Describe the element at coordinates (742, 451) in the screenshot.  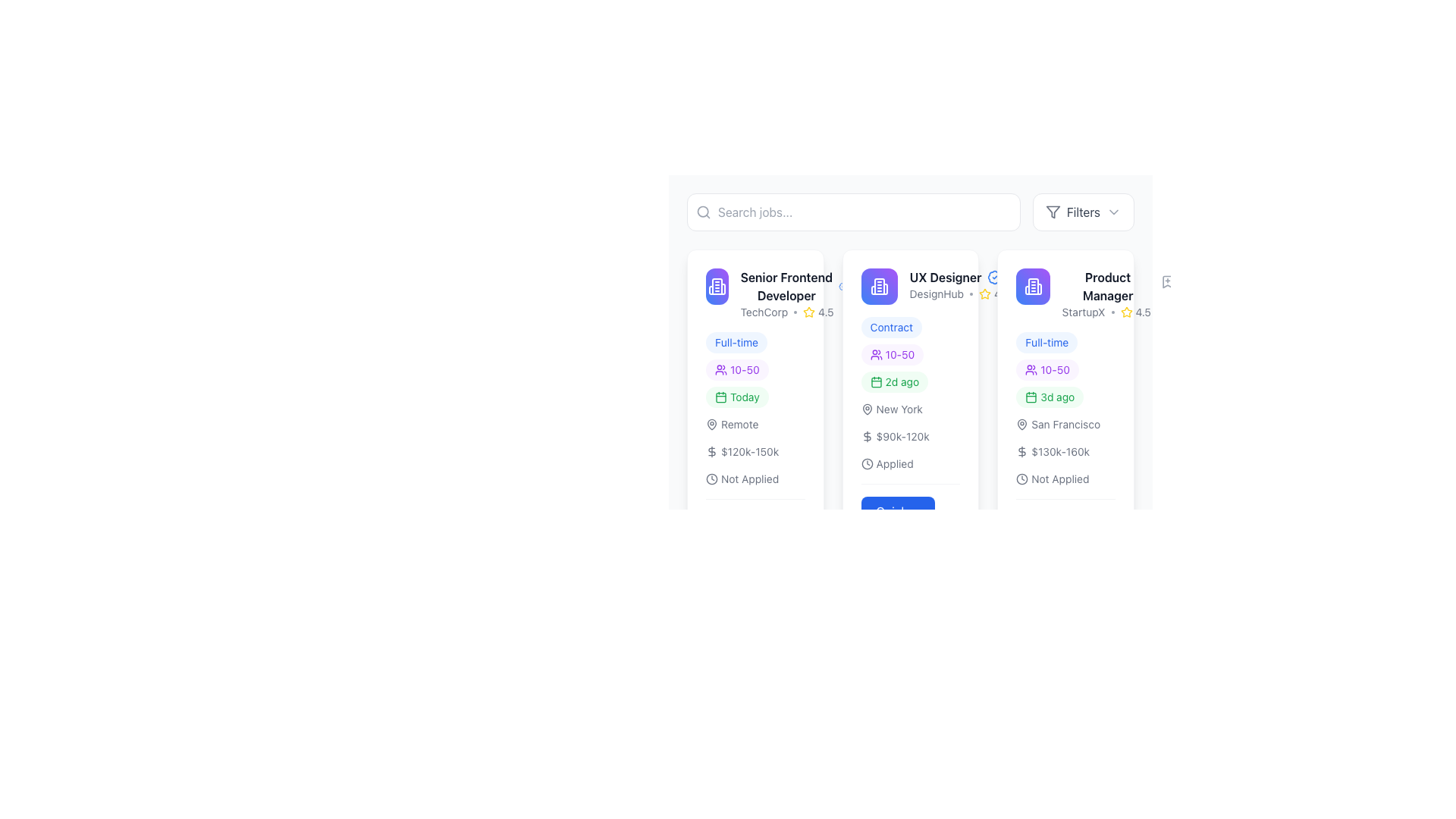
I see `the static text element indicating the salary range for the job listing, positioned below the 'Remote' text and above the 'Not Applied' text within the first job card` at that location.